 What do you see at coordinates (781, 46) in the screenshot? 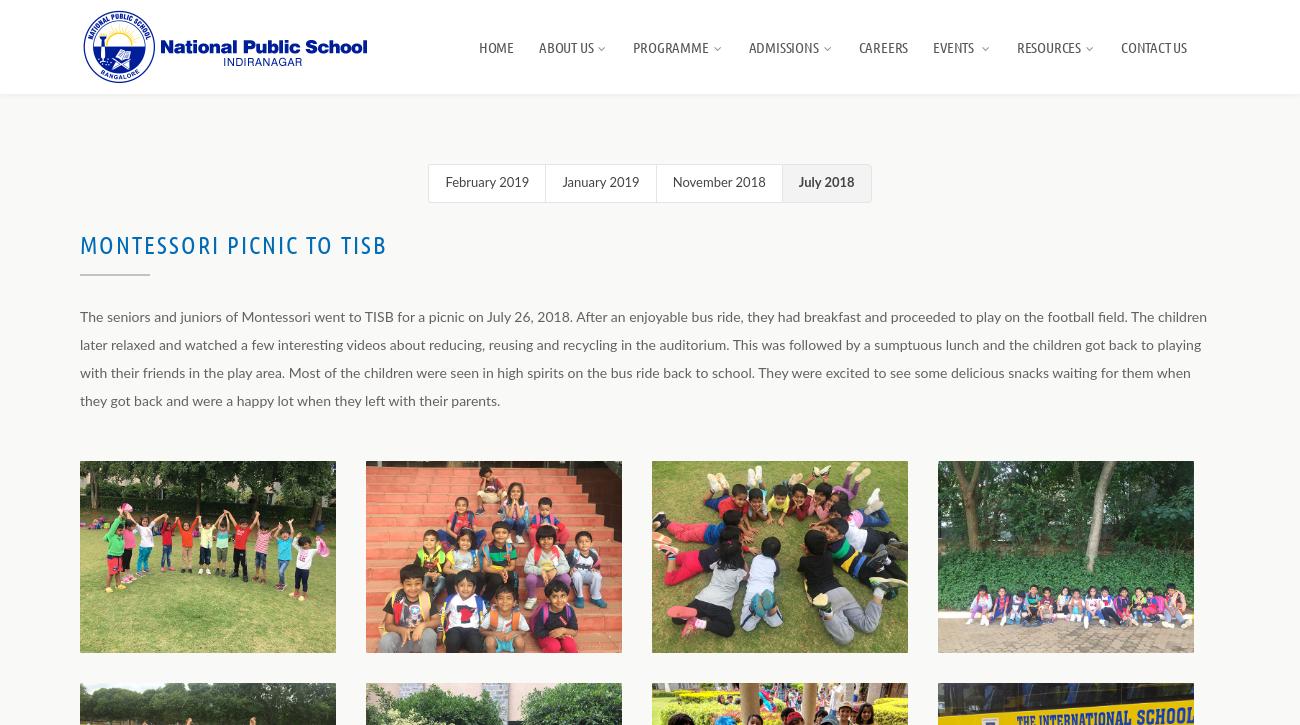
I see `'Admissions'` at bounding box center [781, 46].